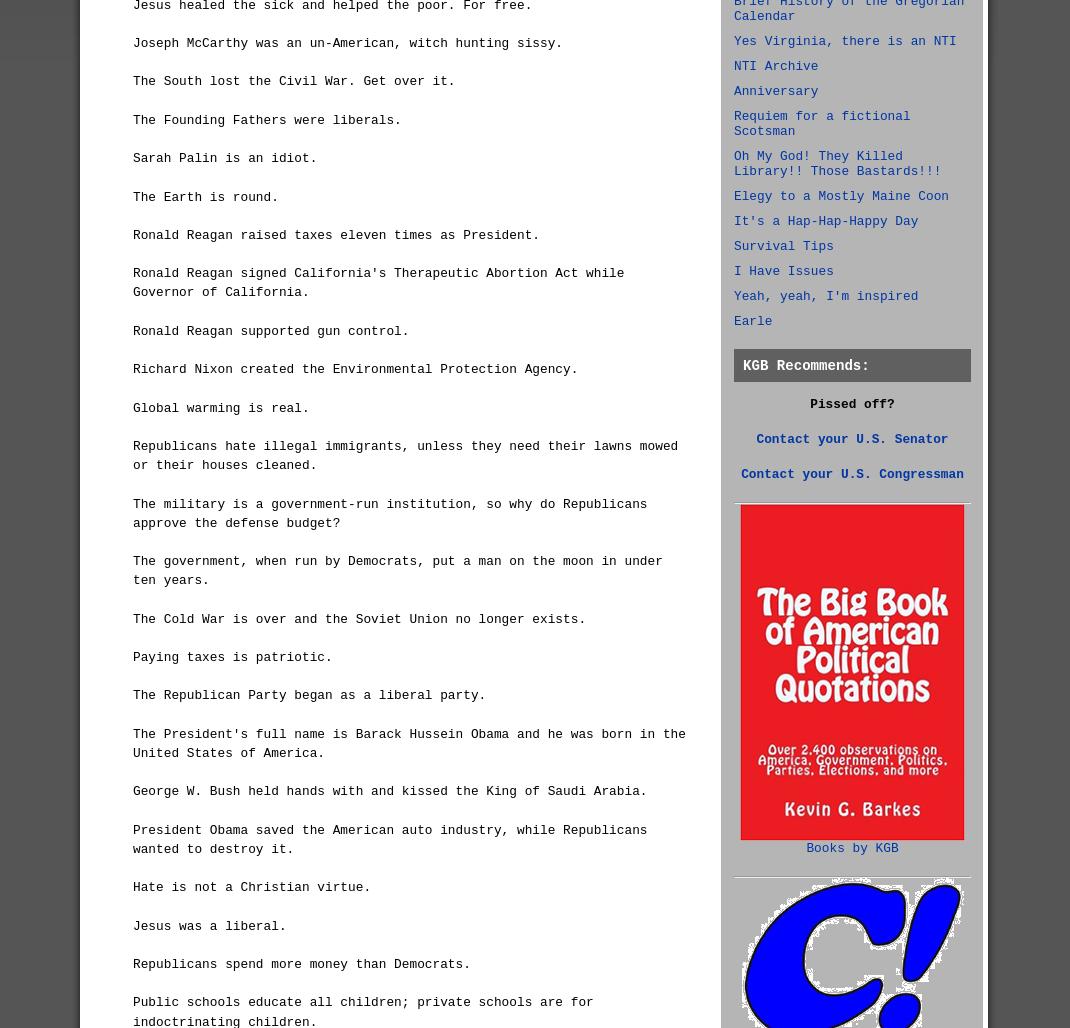 The height and width of the screenshot is (1028, 1070). What do you see at coordinates (133, 118) in the screenshot?
I see `'The Founding Fathers were liberals.'` at bounding box center [133, 118].